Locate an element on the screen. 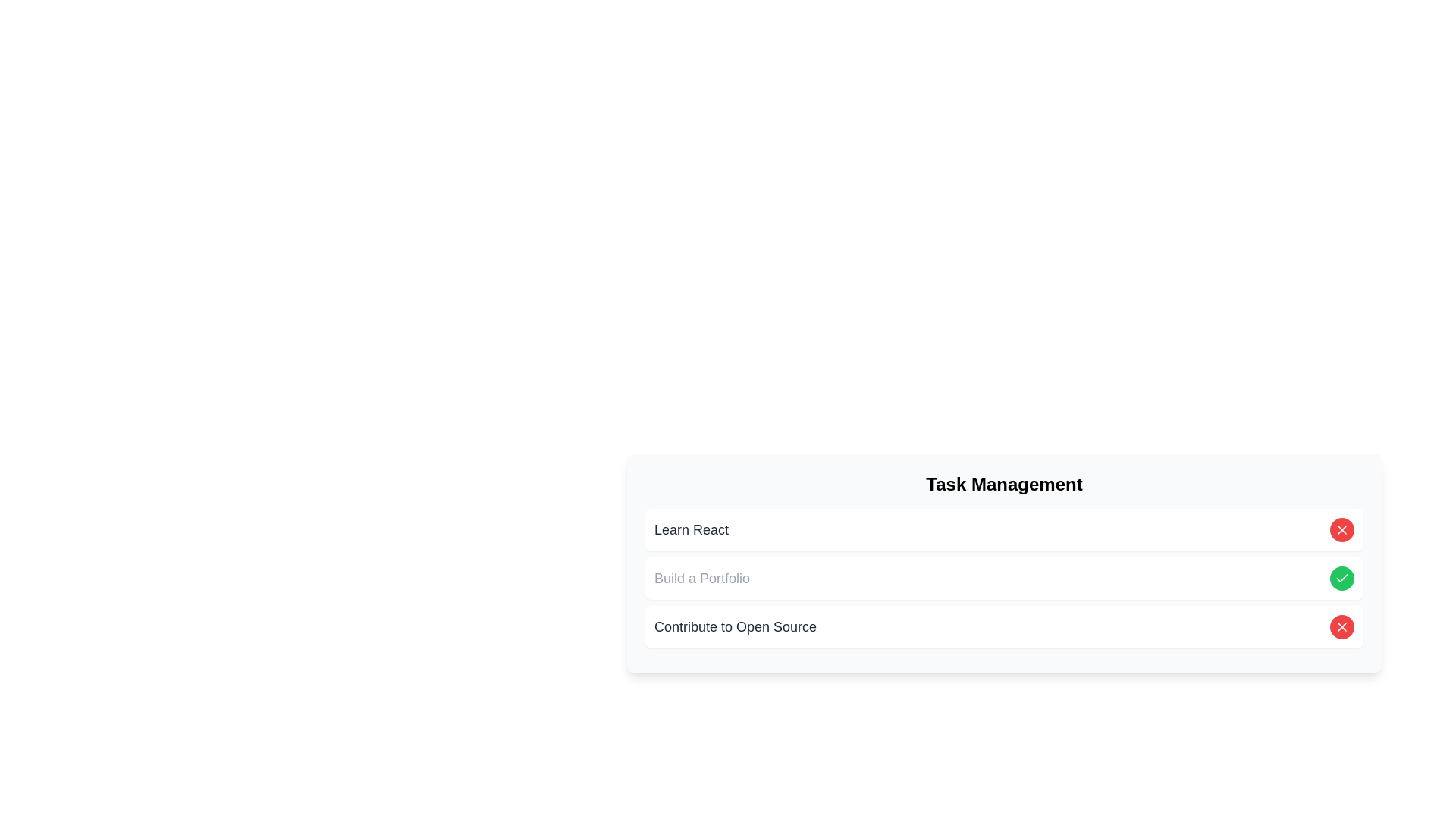 The width and height of the screenshot is (1456, 819). the checkmark icon styled with a rounded design, which is white against a green circular background, located in the rightmost position of the second row in the task management section for the 'Build a Portfolio' task is located at coordinates (1342, 579).